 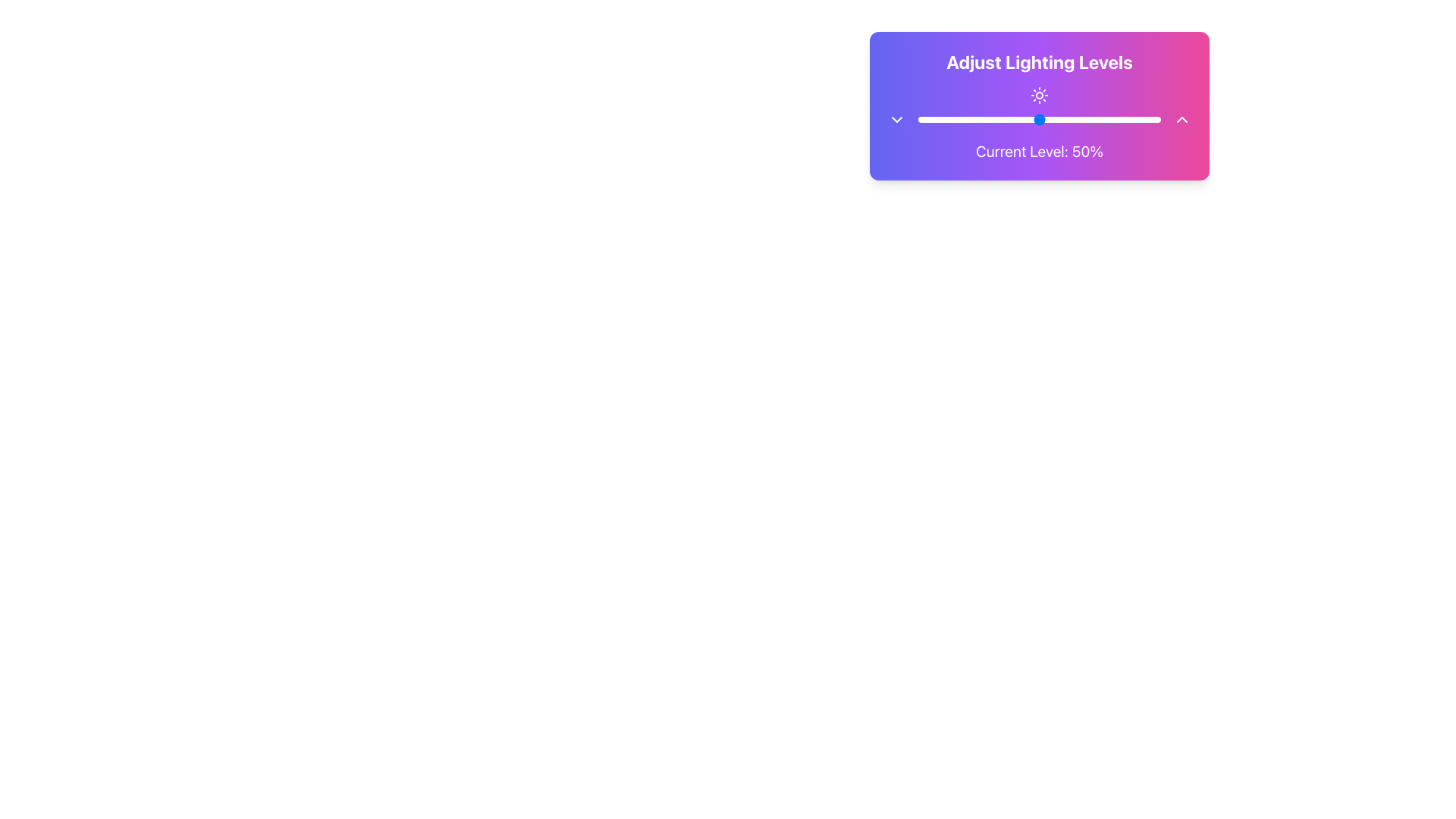 What do you see at coordinates (1122, 119) in the screenshot?
I see `the lighting level` at bounding box center [1122, 119].